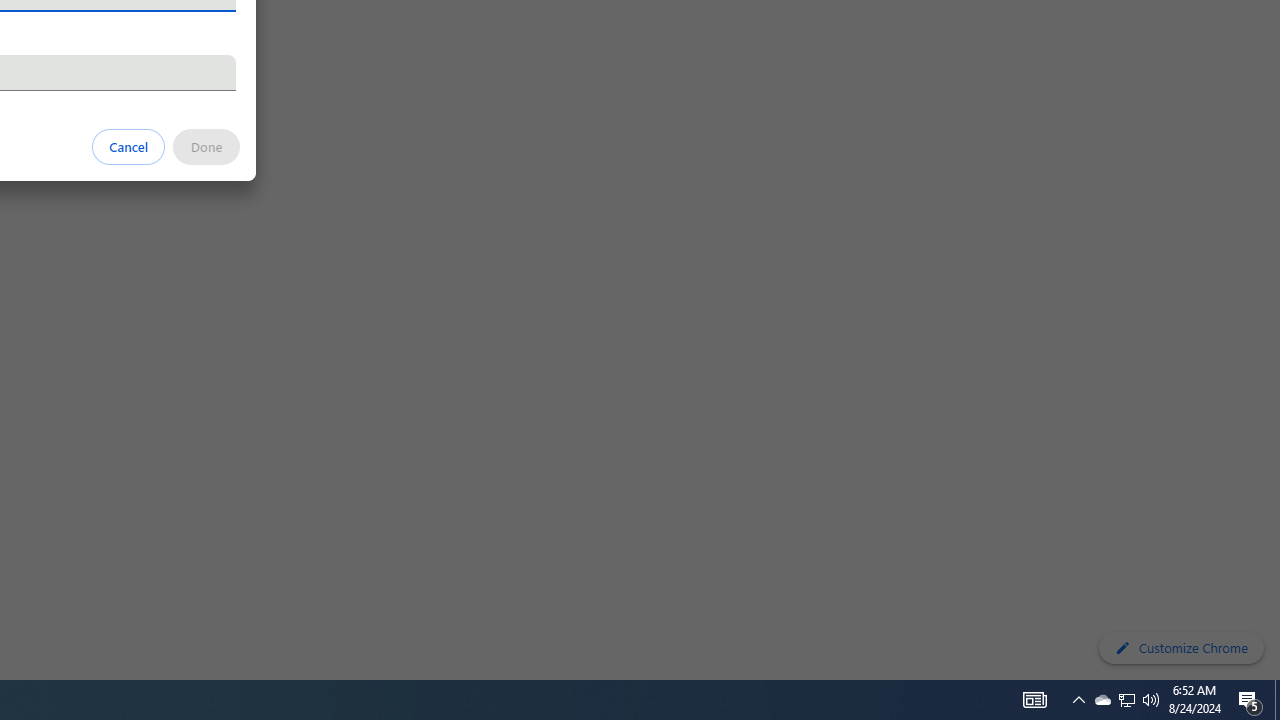 This screenshot has width=1280, height=720. Describe the element at coordinates (206, 145) in the screenshot. I see `'Done'` at that location.